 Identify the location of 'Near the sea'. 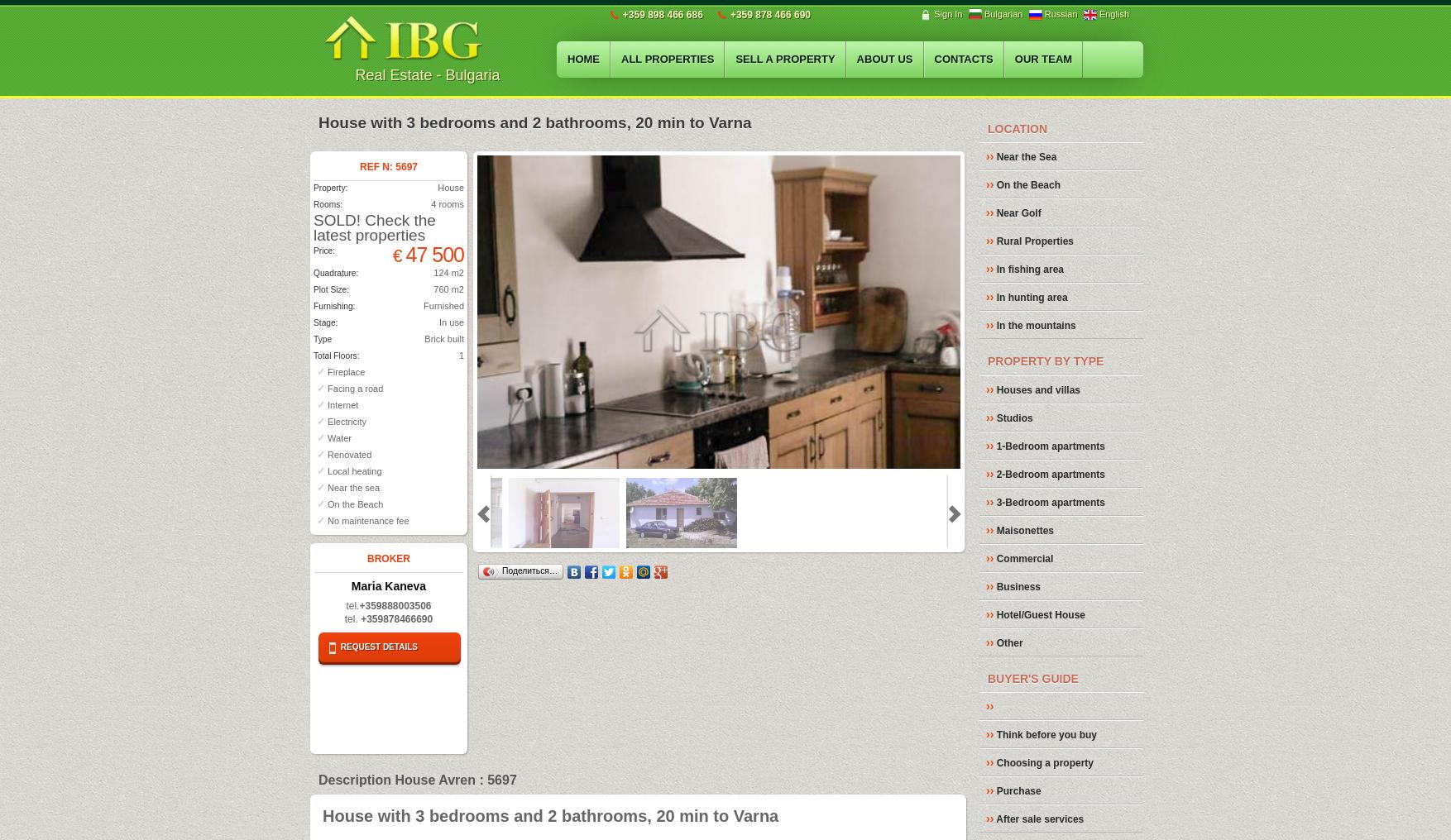
(353, 487).